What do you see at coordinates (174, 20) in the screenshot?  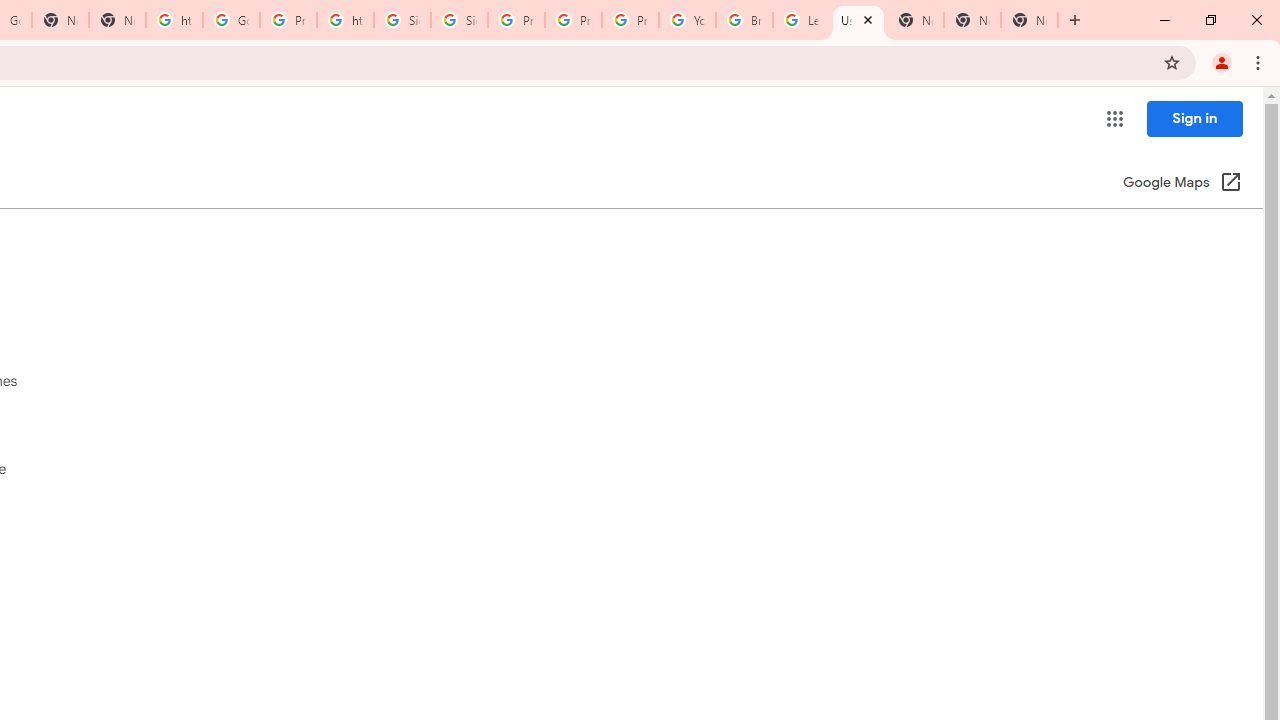 I see `'https://scholar.google.com/'` at bounding box center [174, 20].